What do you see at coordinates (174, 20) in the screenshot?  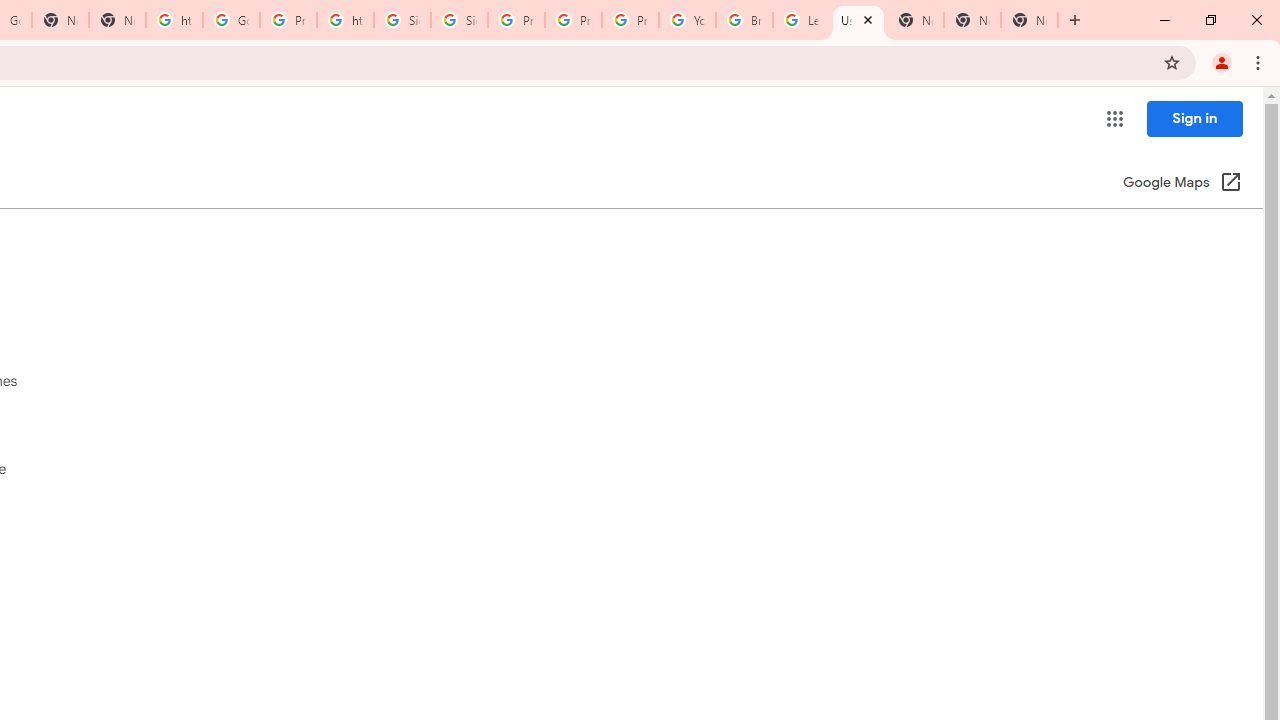 I see `'https://scholar.google.com/'` at bounding box center [174, 20].